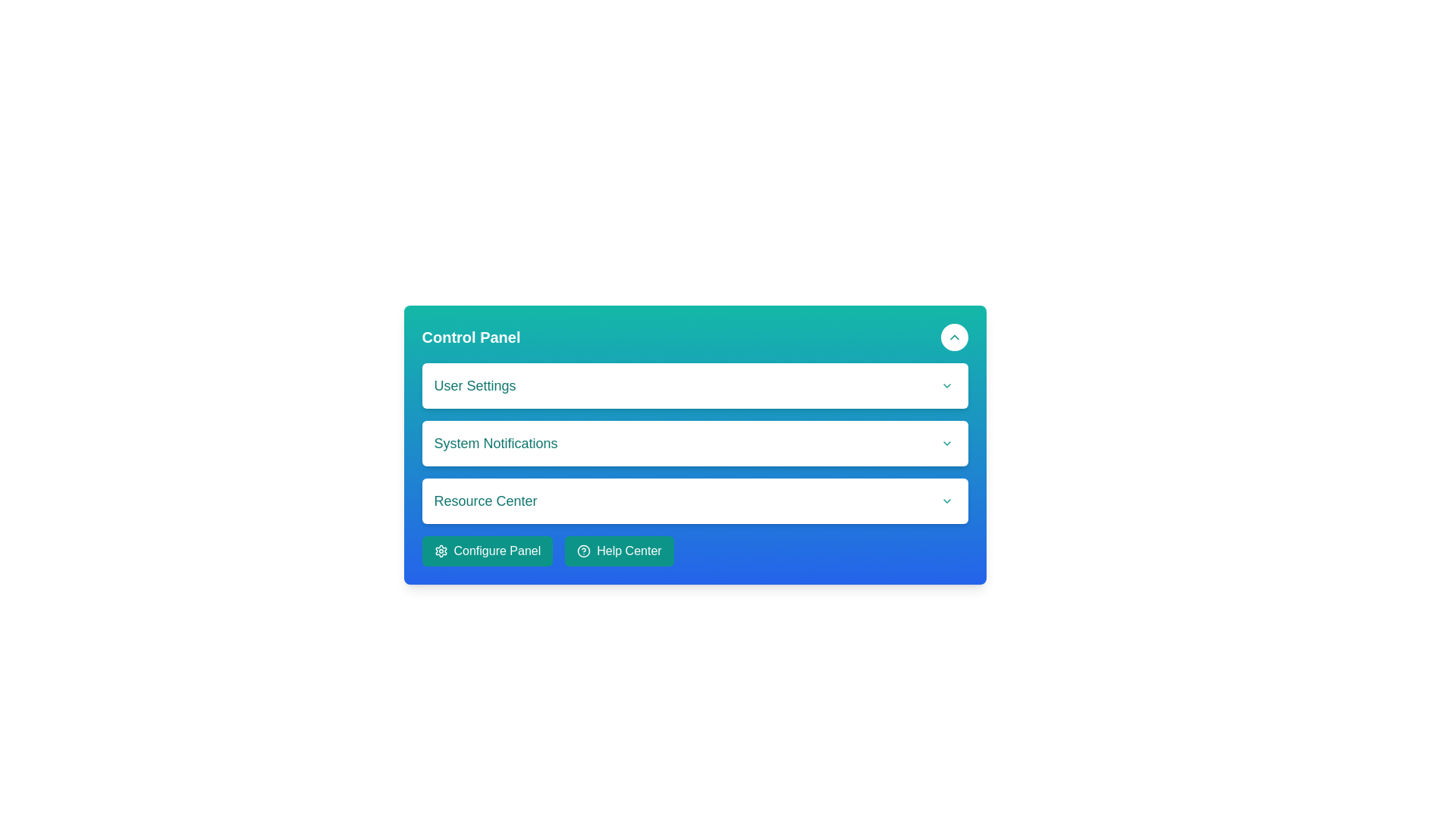 The image size is (1456, 819). Describe the element at coordinates (694, 500) in the screenshot. I see `the 'Resource Center' menu item located as the third option in the vertical menu, positioned below 'System Notifications' and above 'Configure Panel'` at that location.